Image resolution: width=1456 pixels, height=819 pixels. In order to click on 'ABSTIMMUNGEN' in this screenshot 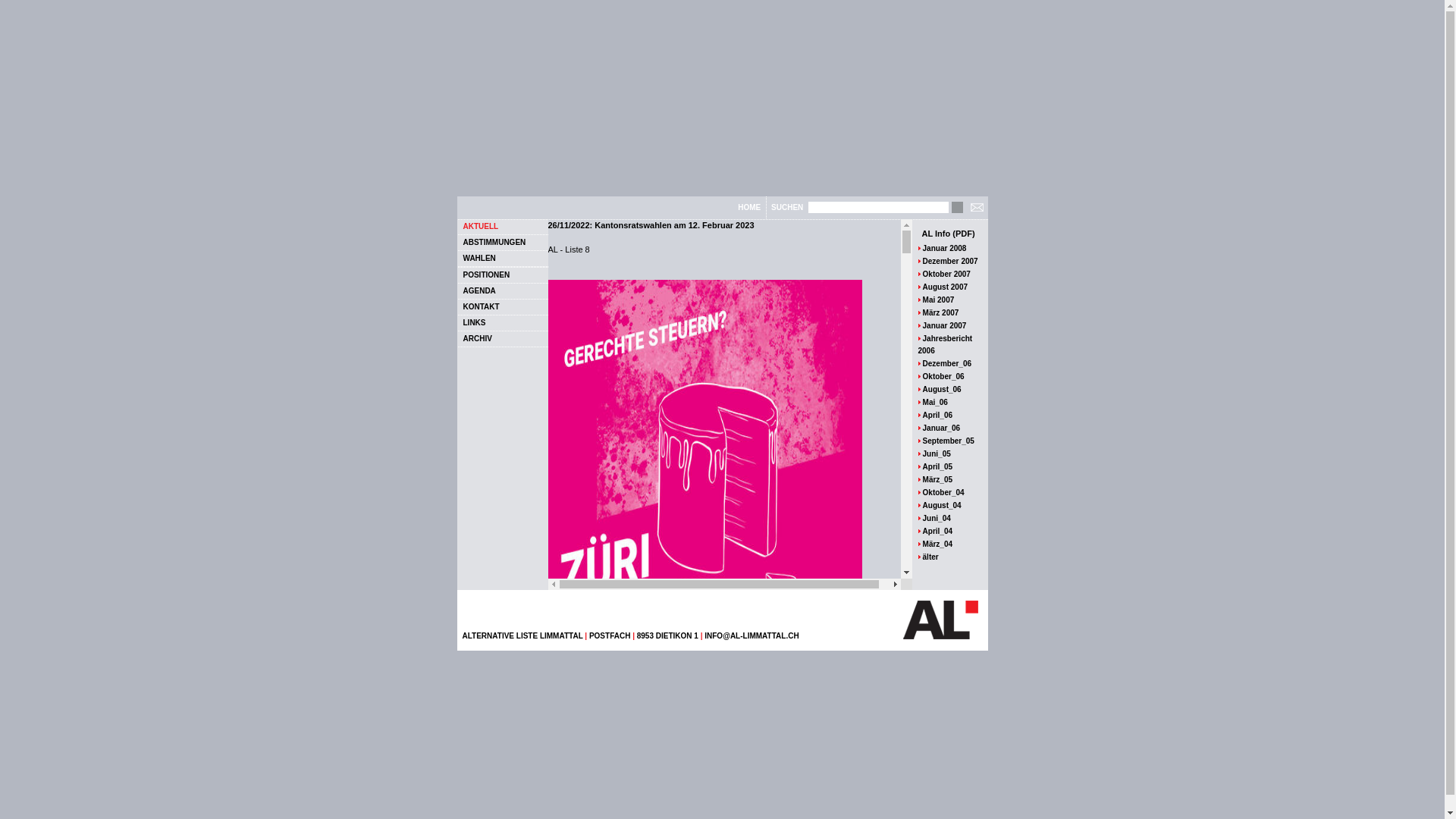, I will do `click(461, 241)`.